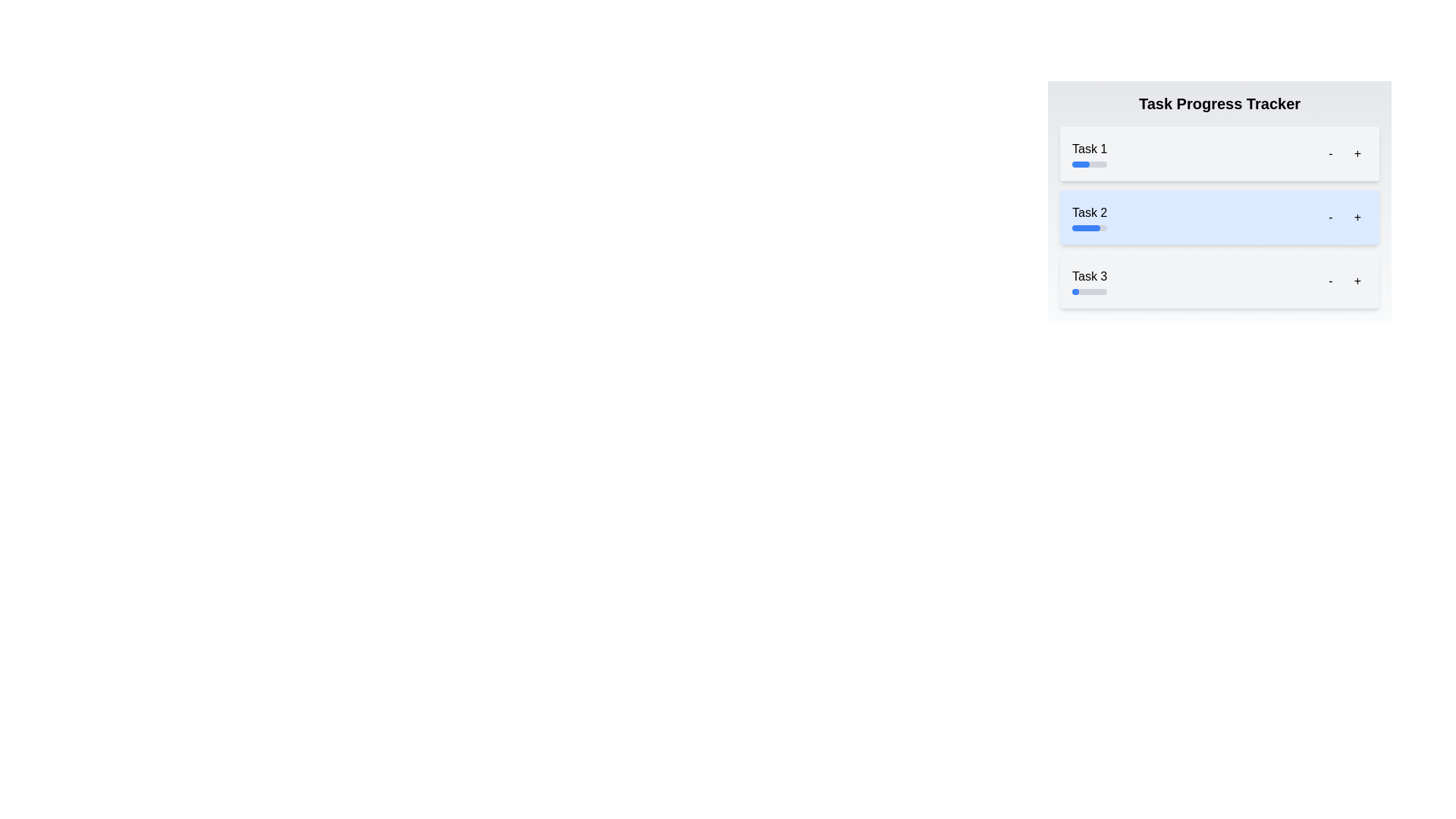 The image size is (1456, 819). I want to click on the Task 1 progress adjustment button (increment), so click(1357, 154).